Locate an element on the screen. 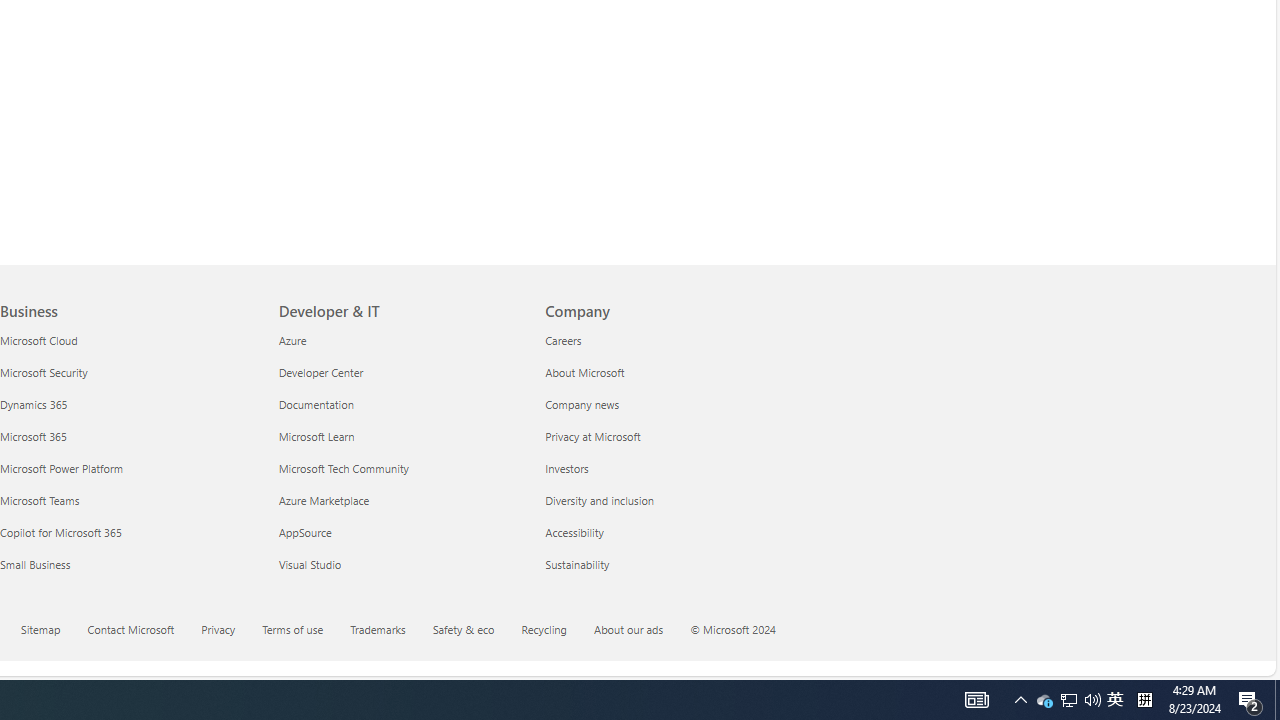 The height and width of the screenshot is (720, 1280). 'Careers' is located at coordinates (666, 339).